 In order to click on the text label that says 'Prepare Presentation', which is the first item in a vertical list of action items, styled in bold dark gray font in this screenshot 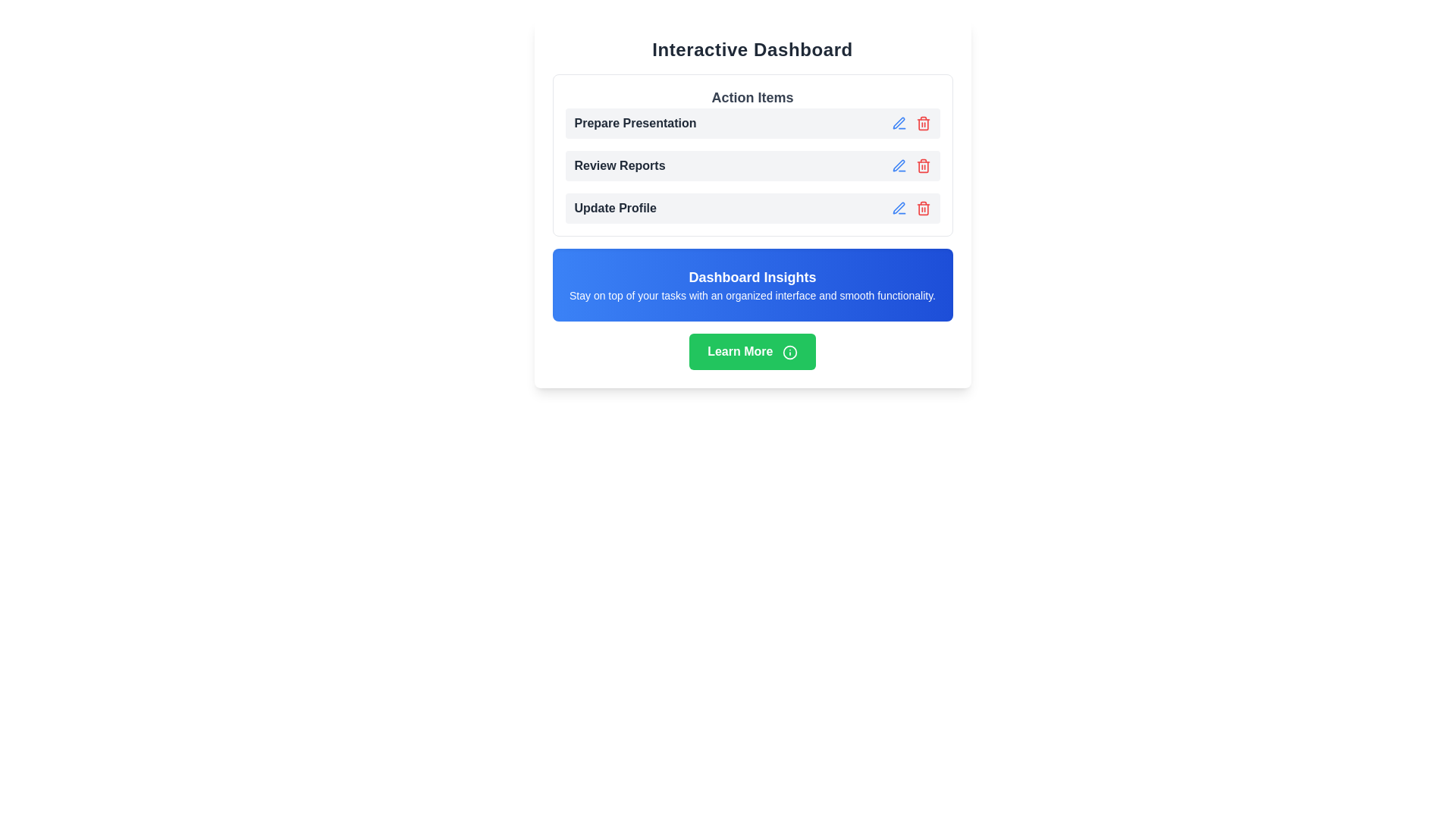, I will do `click(635, 122)`.